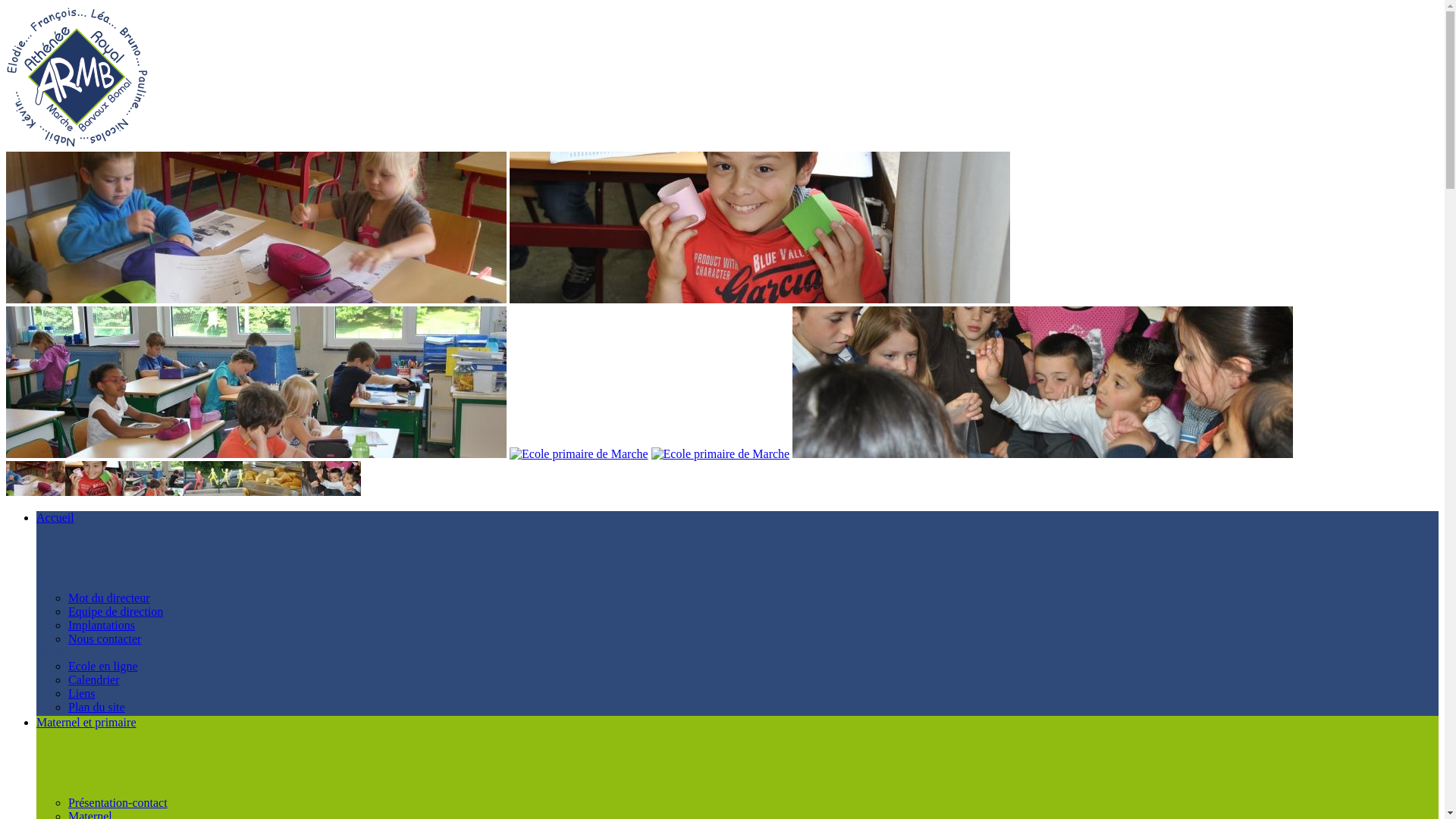 The image size is (1456, 819). What do you see at coordinates (81, 693) in the screenshot?
I see `'Liens'` at bounding box center [81, 693].